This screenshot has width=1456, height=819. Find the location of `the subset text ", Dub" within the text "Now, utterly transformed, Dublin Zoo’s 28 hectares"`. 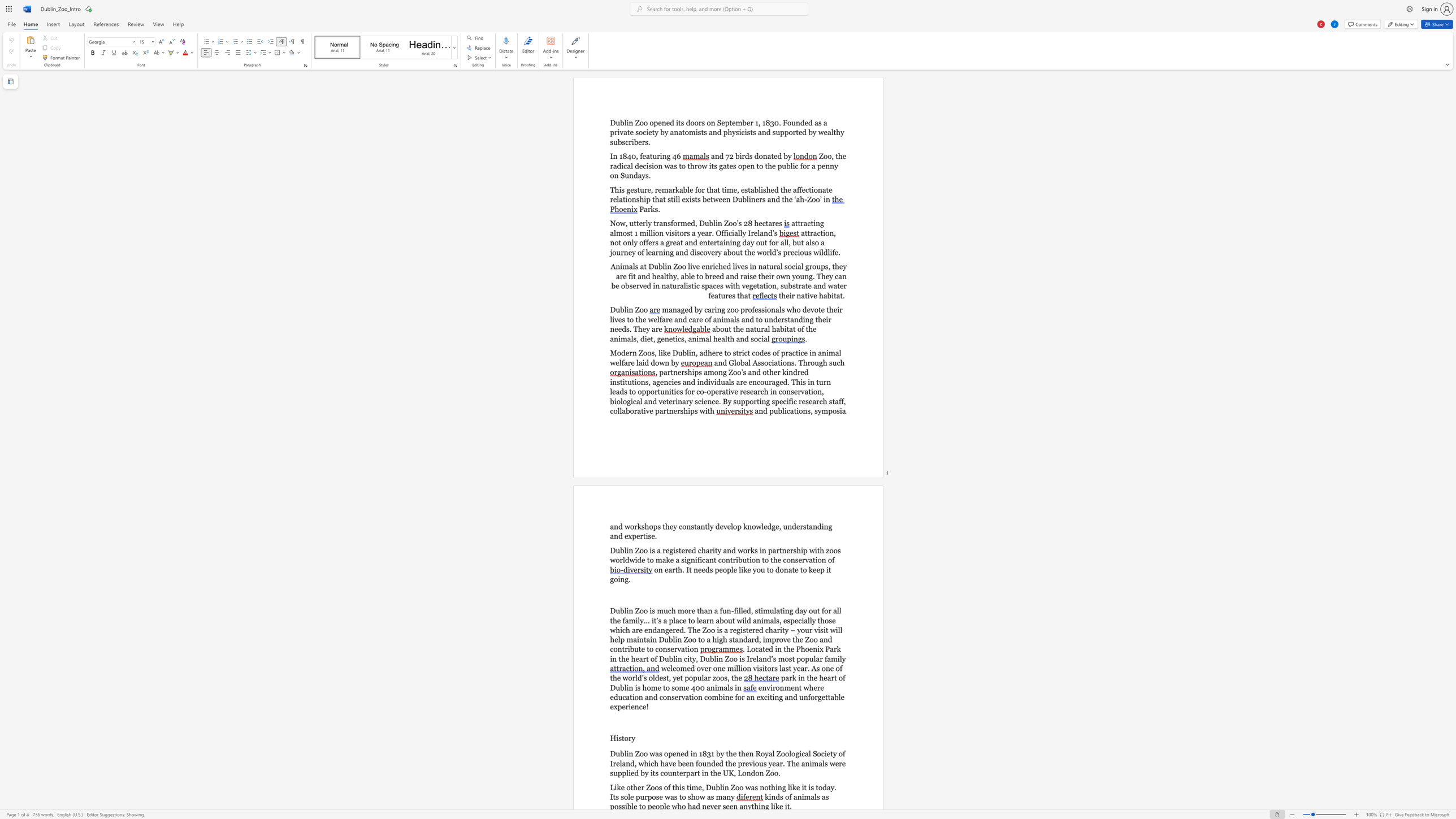

the subset text ", Dub" within the text "Now, utterly transformed, Dublin Zoo’s 28 hectares" is located at coordinates (695, 223).